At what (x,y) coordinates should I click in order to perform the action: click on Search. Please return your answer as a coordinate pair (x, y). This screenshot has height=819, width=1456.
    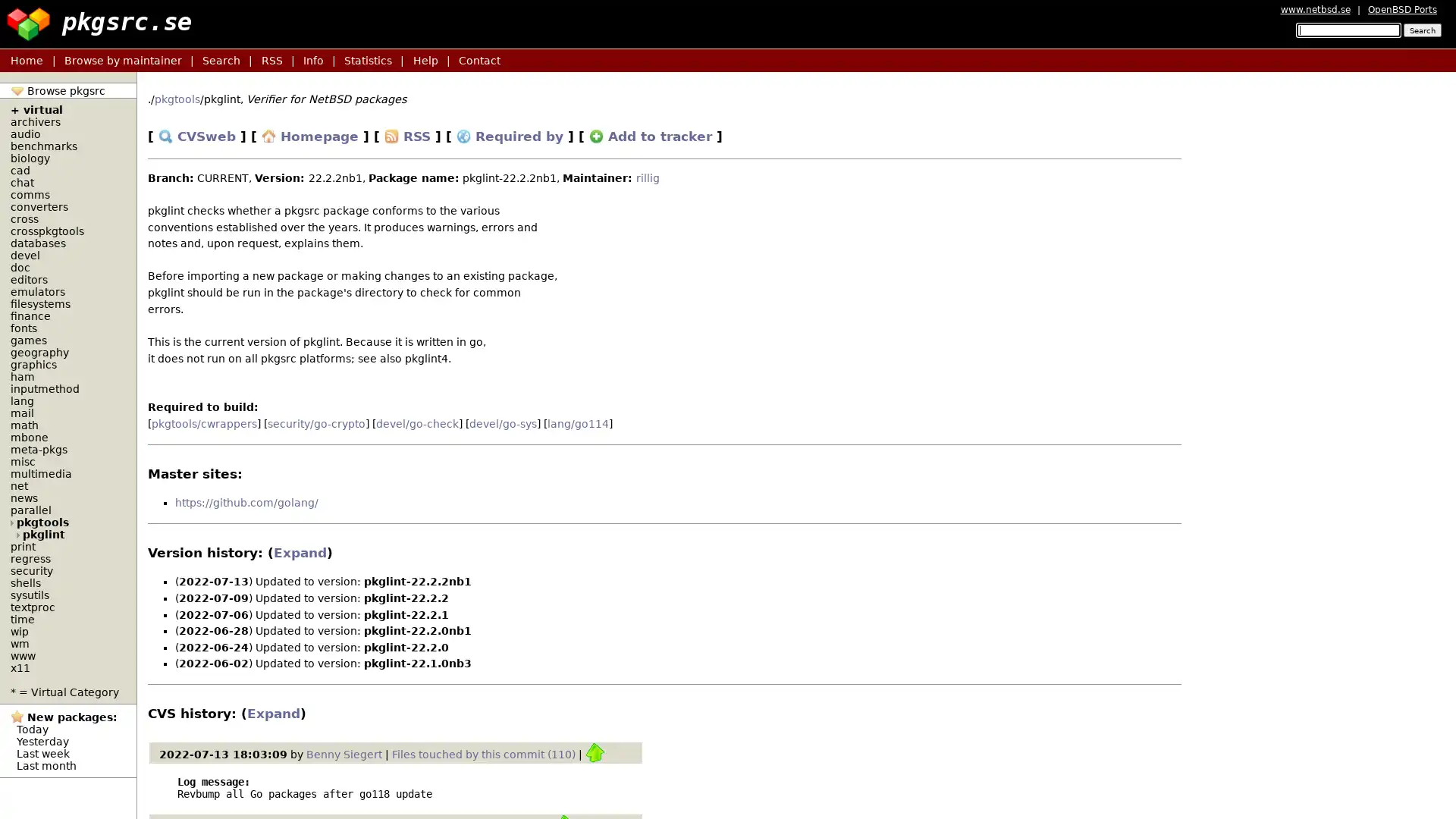
    Looking at the image, I should click on (1421, 30).